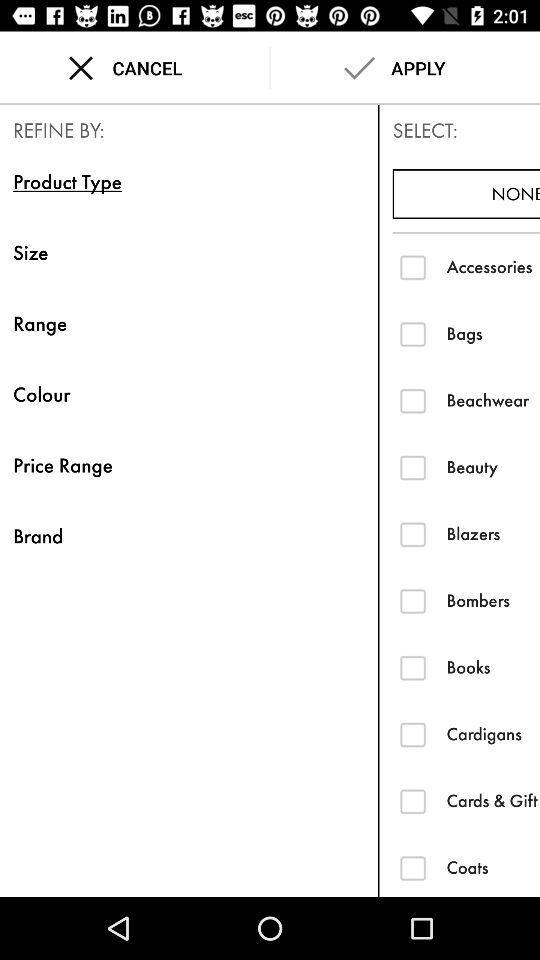 The image size is (540, 960). What do you see at coordinates (412, 467) in the screenshot?
I see `beauty` at bounding box center [412, 467].